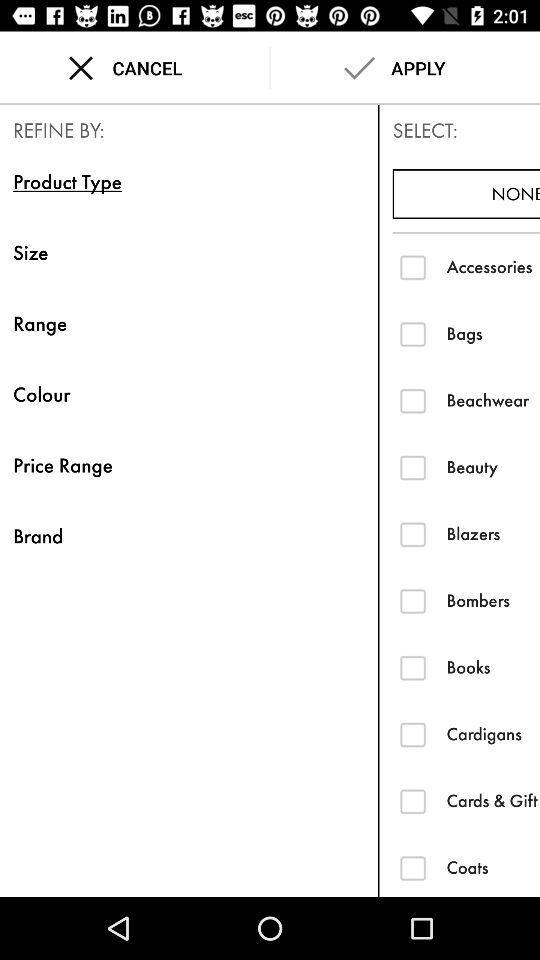 The image size is (540, 960). What do you see at coordinates (412, 467) in the screenshot?
I see `beauty` at bounding box center [412, 467].